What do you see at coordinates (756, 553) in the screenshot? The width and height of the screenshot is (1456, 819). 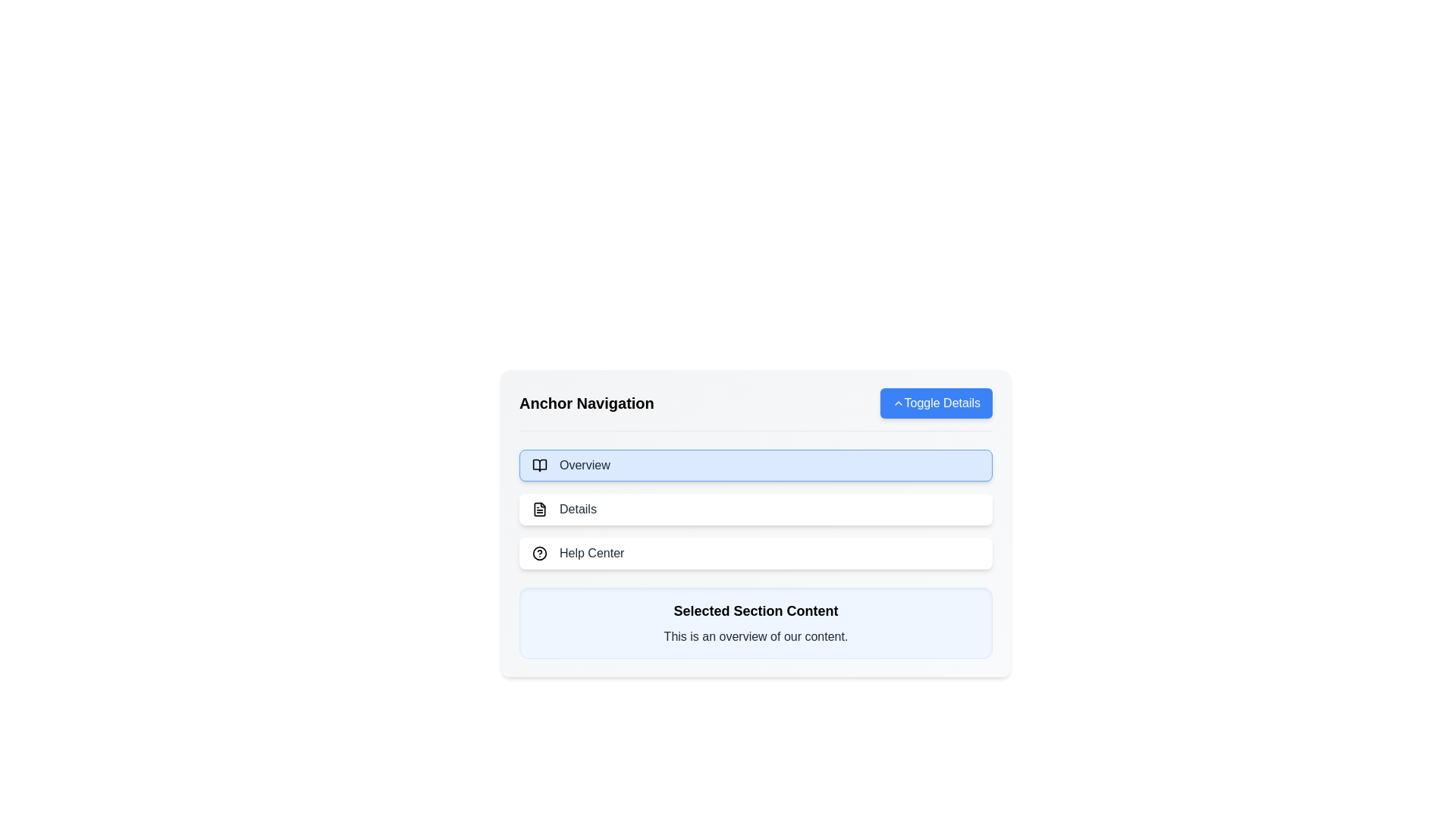 I see `the 'Help Center' navigation link located as the third item in the 'Anchor Navigation' group` at bounding box center [756, 553].